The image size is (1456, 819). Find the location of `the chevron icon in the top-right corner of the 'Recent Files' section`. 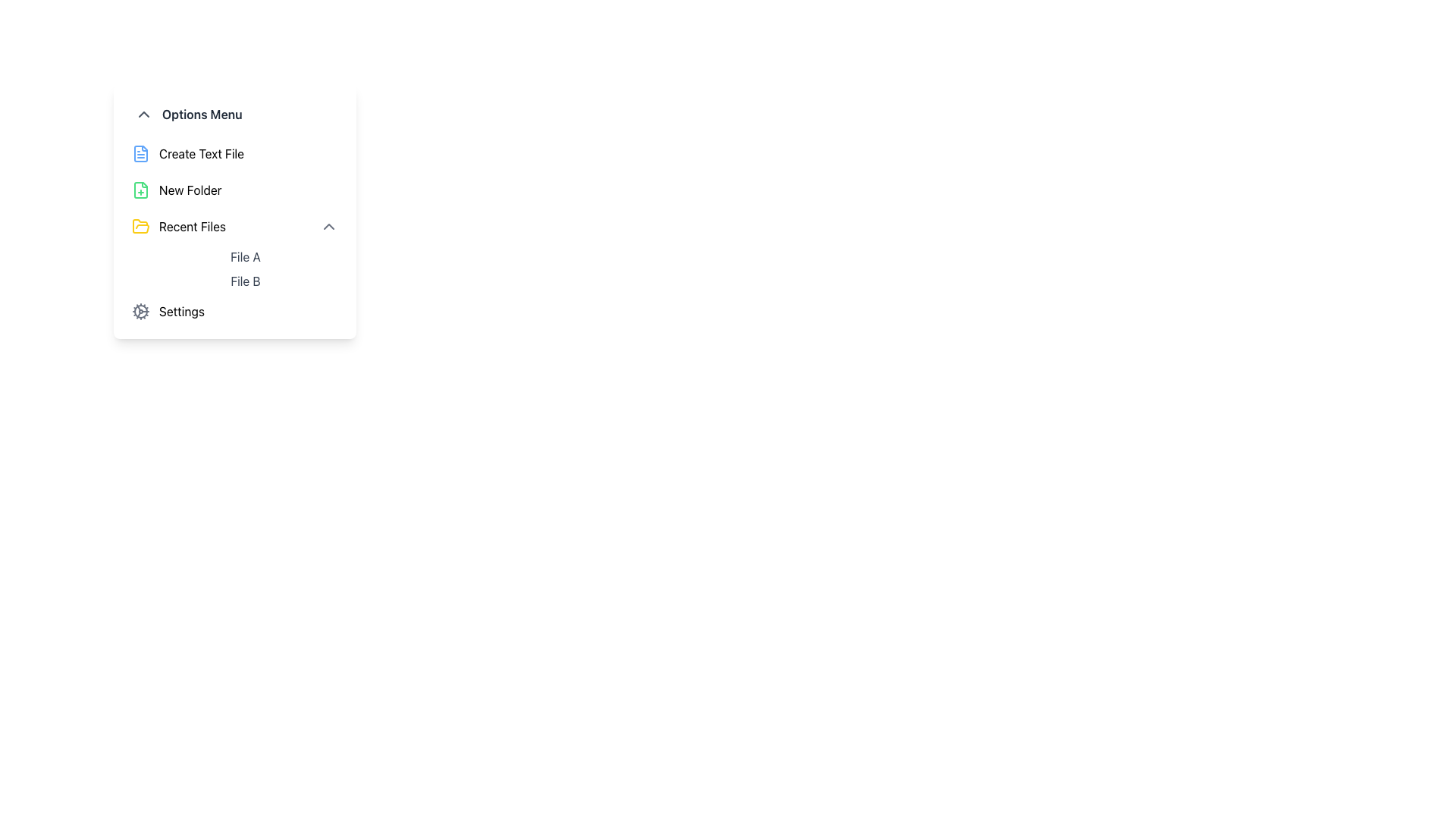

the chevron icon in the top-right corner of the 'Recent Files' section is located at coordinates (328, 227).